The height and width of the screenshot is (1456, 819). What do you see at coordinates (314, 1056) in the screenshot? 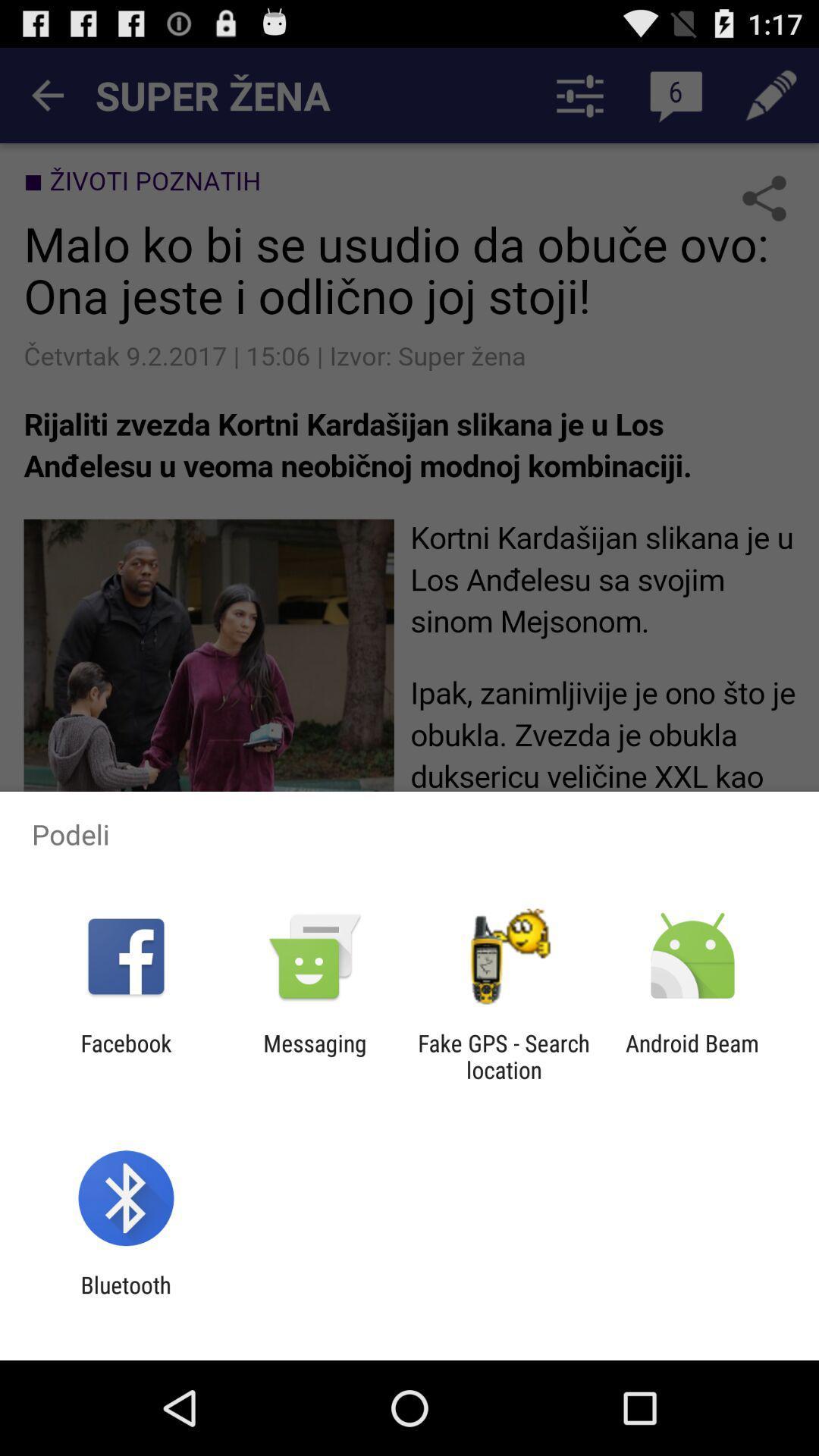
I see `item next to fake gps search` at bounding box center [314, 1056].